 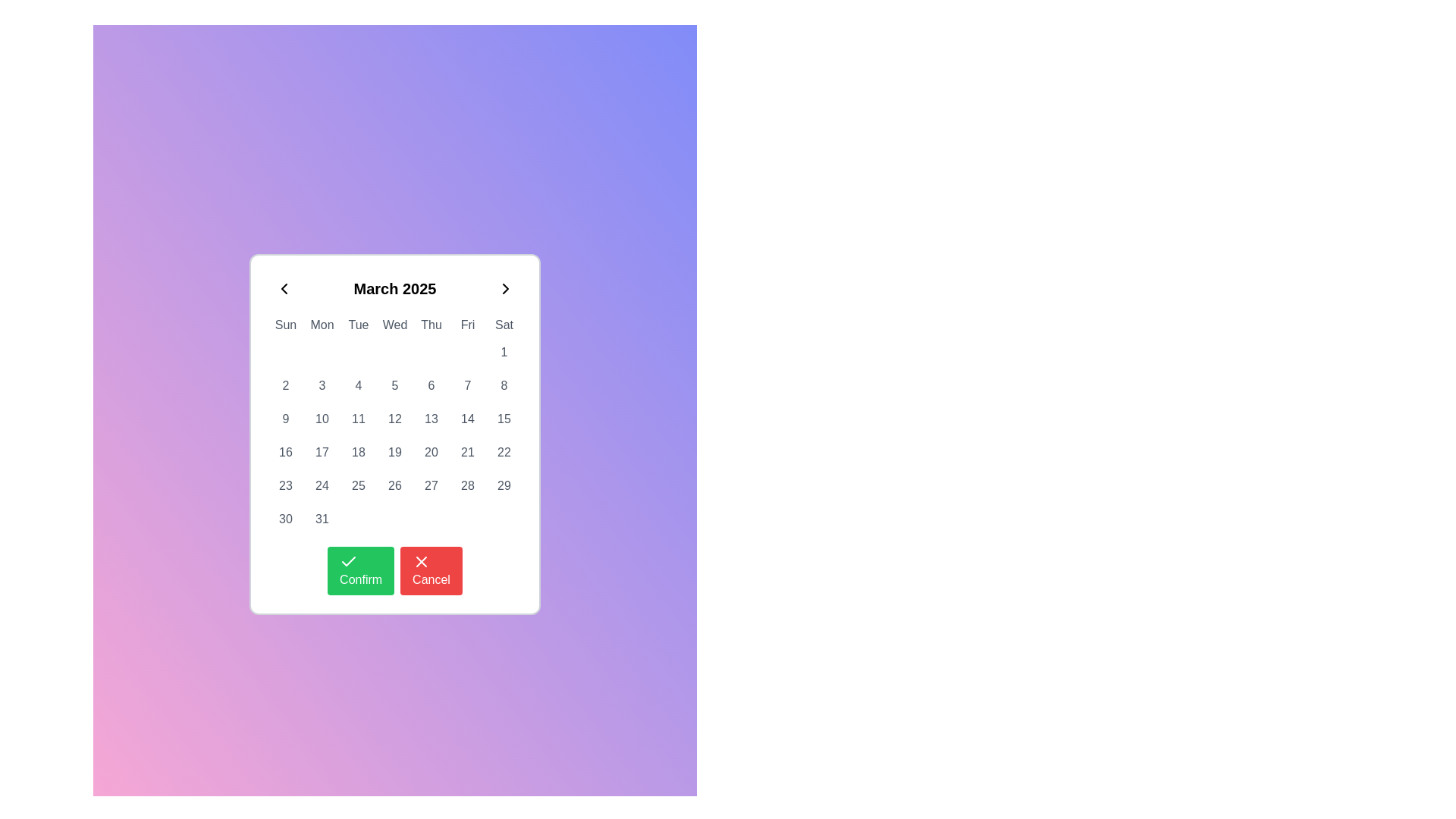 What do you see at coordinates (395, 485) in the screenshot?
I see `the button displaying the number '26' in the calendar grid under 'Fri'` at bounding box center [395, 485].